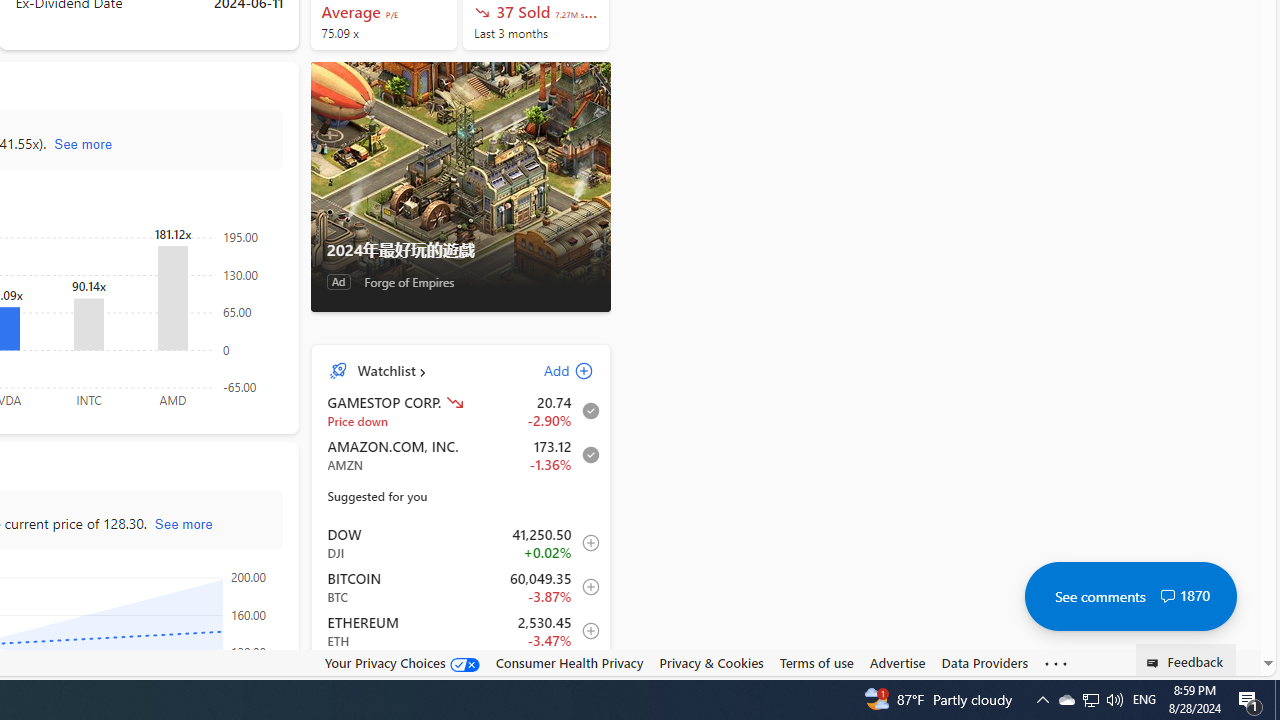  What do you see at coordinates (400, 662) in the screenshot?
I see `'Your Privacy Choices'` at bounding box center [400, 662].